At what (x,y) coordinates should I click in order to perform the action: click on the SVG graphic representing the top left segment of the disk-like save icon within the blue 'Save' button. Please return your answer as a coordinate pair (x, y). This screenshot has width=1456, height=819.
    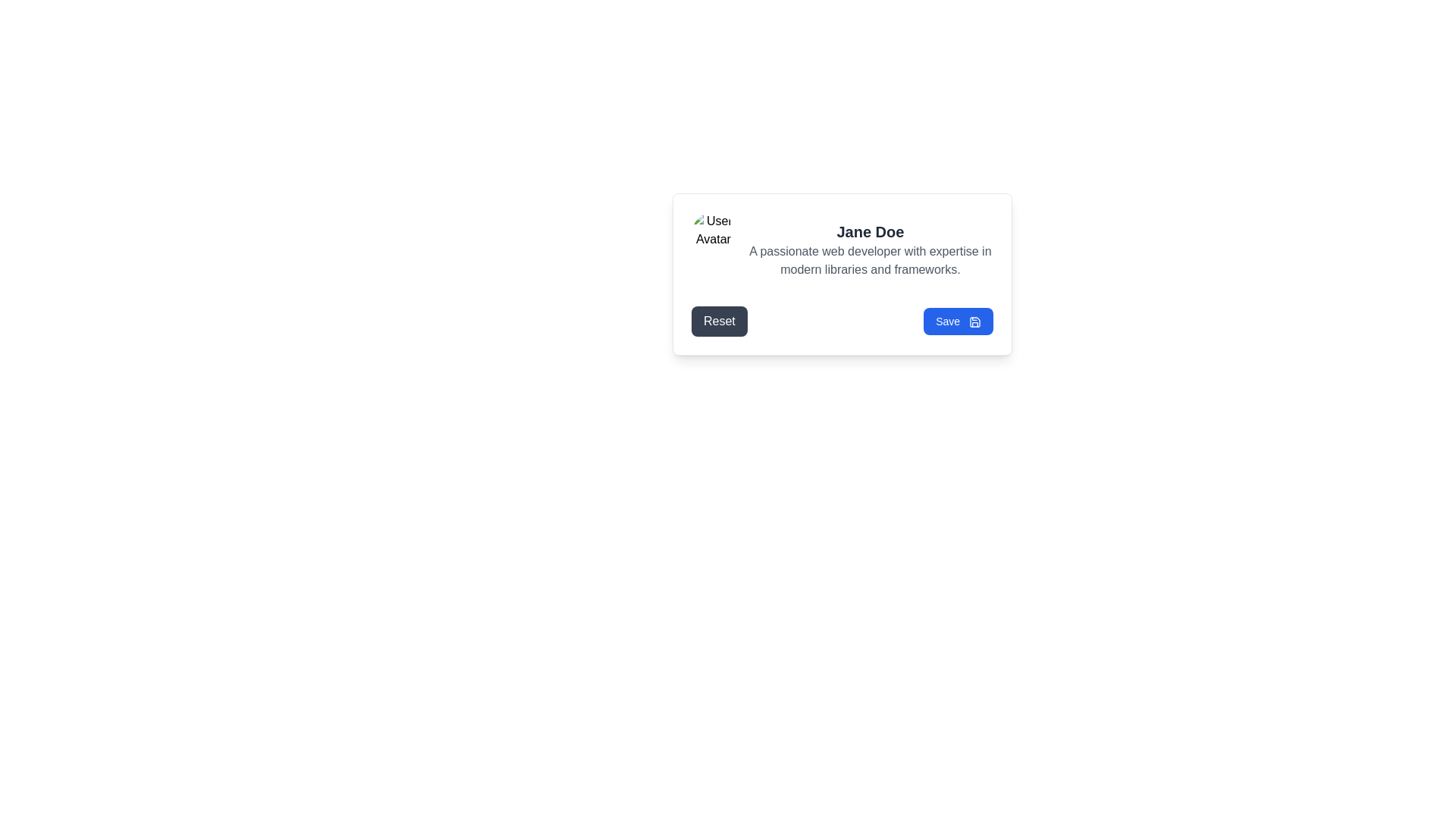
    Looking at the image, I should click on (975, 321).